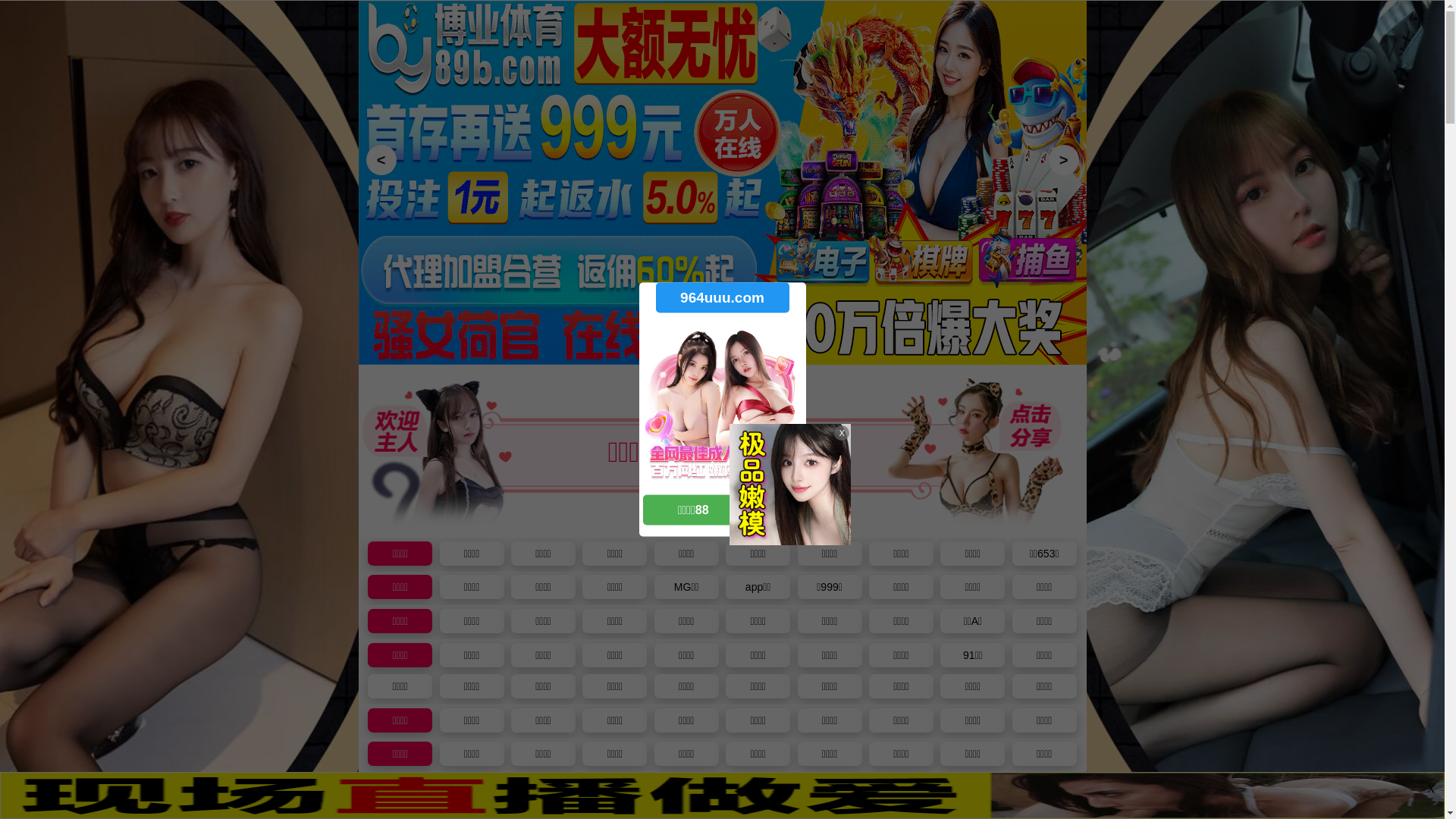 This screenshot has height=819, width=1456. I want to click on '964uuu.com', so click(720, 297).